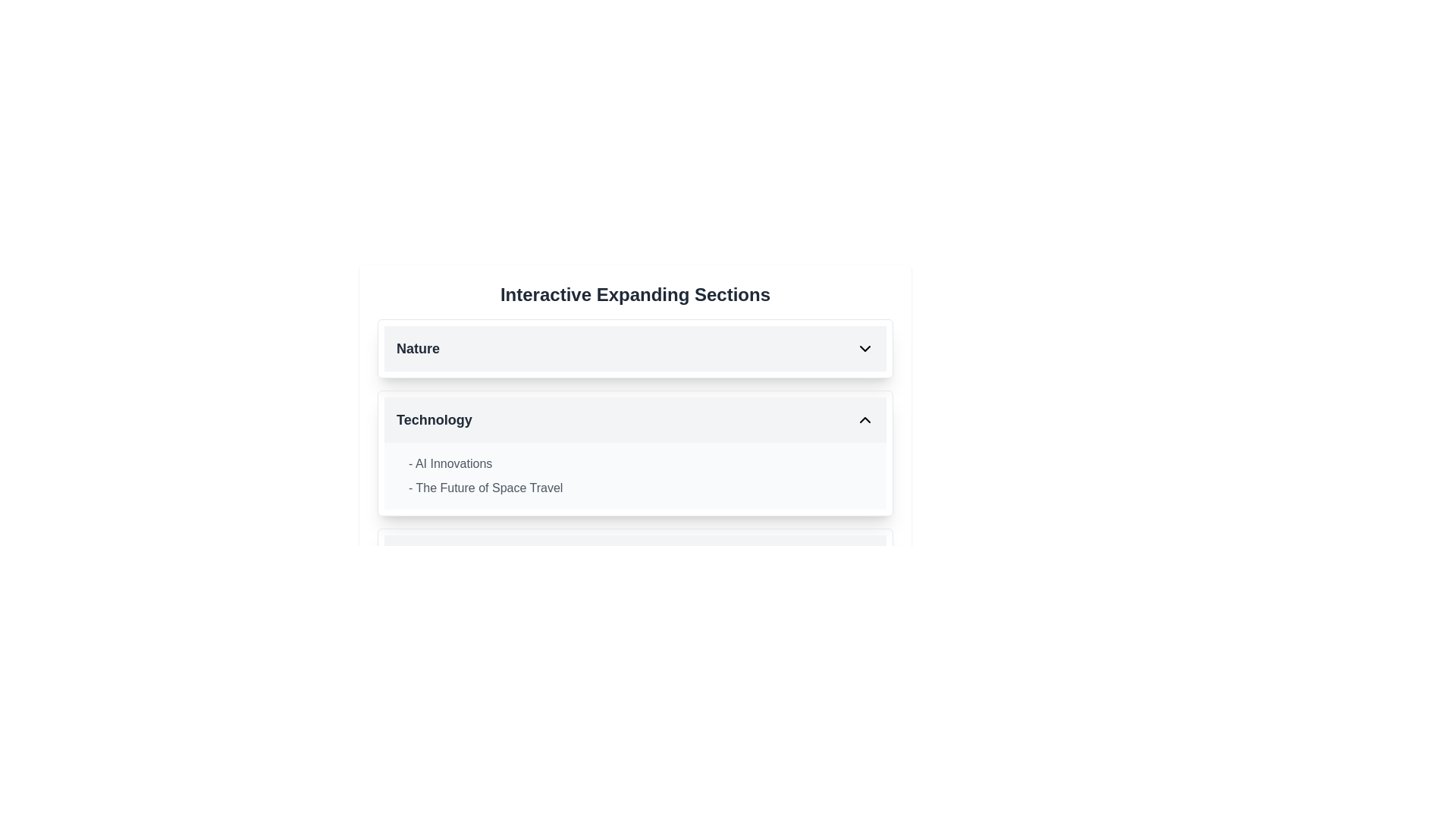  Describe the element at coordinates (635, 475) in the screenshot. I see `the Text Block summarizing topics '- AI Innovations' and '- The Future of Space Travel', located in the 'Technology' section just below its heading` at that location.